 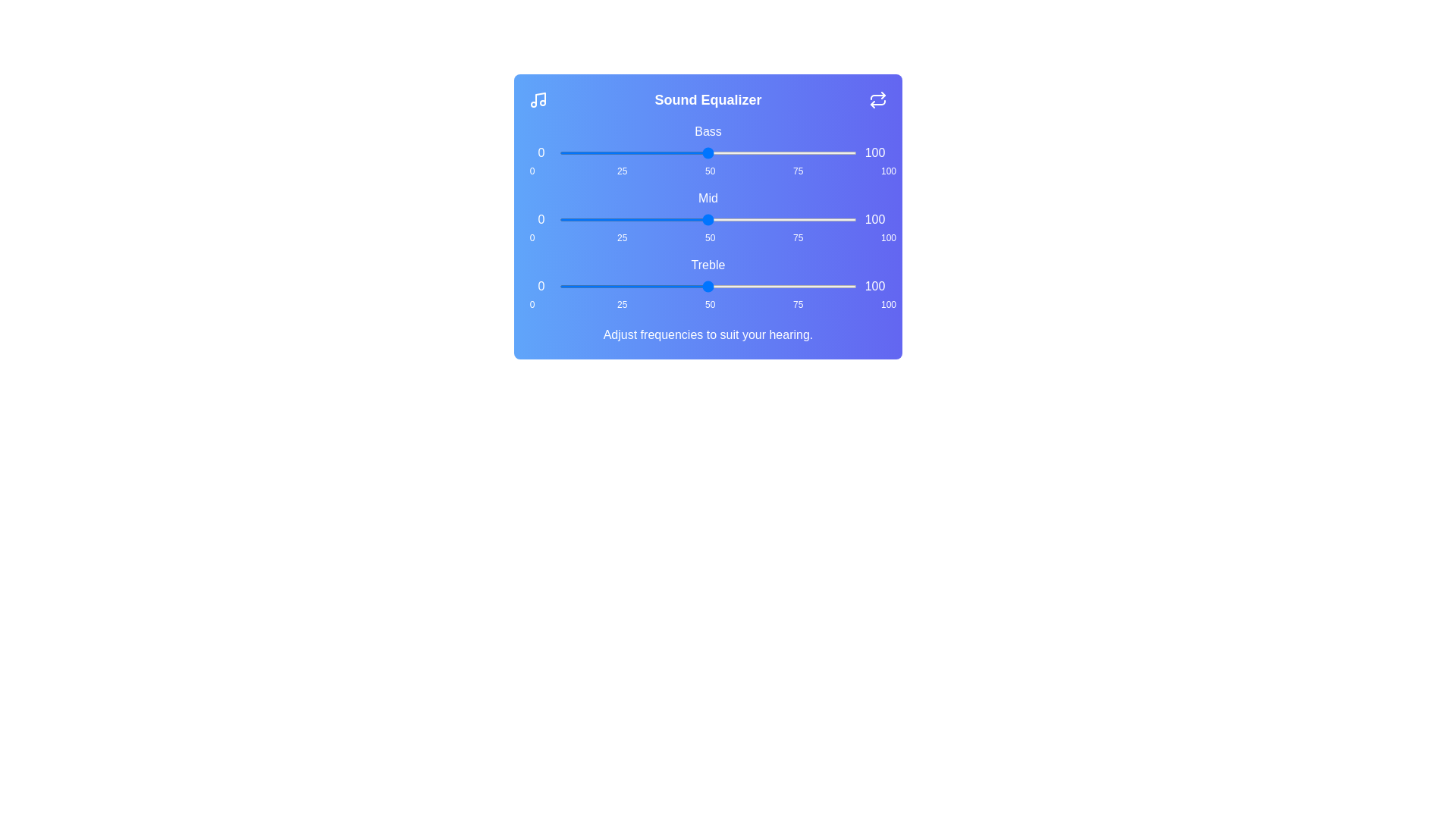 I want to click on the 'mid' slider to 89, so click(x=823, y=219).